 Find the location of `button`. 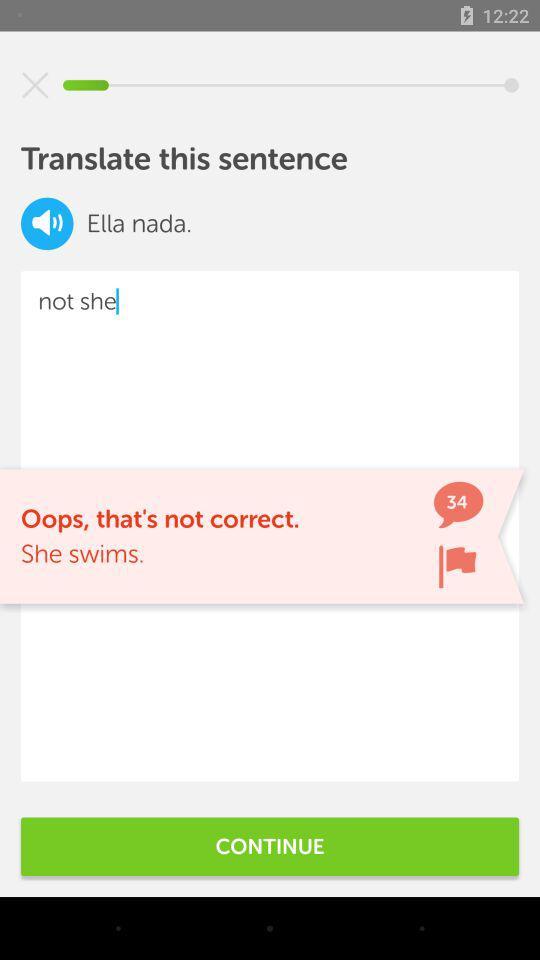

button is located at coordinates (35, 85).